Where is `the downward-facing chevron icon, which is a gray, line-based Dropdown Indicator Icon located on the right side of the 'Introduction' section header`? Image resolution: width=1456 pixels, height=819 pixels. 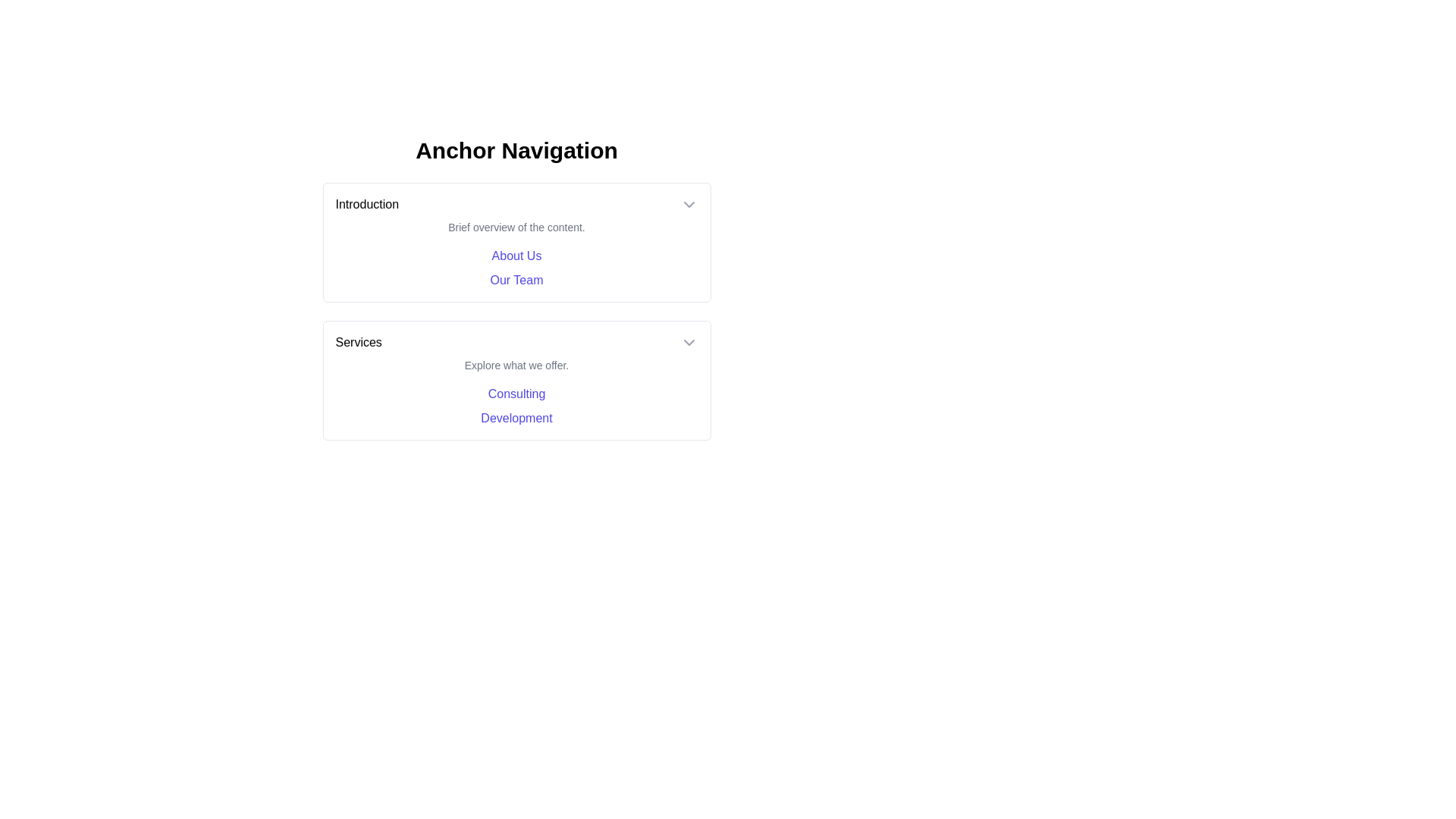 the downward-facing chevron icon, which is a gray, line-based Dropdown Indicator Icon located on the right side of the 'Introduction' section header is located at coordinates (688, 205).